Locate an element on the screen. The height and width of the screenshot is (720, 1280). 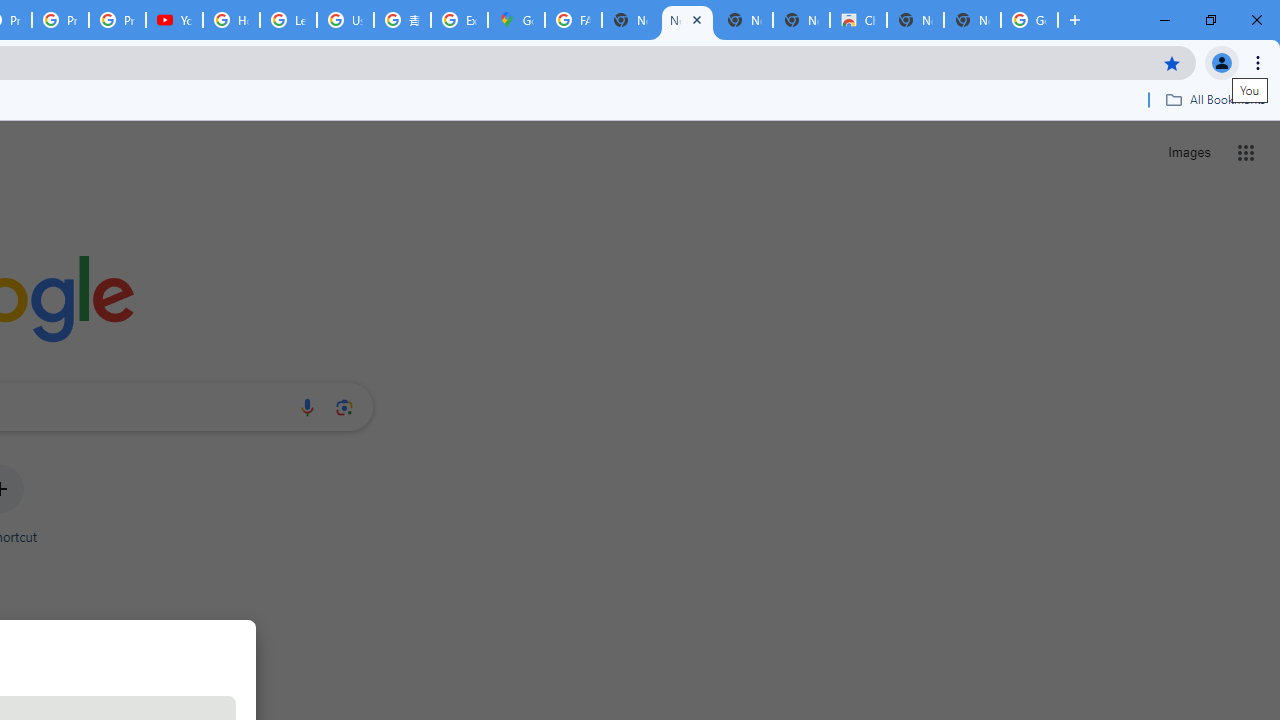
'Privacy Checkup' is located at coordinates (60, 20).